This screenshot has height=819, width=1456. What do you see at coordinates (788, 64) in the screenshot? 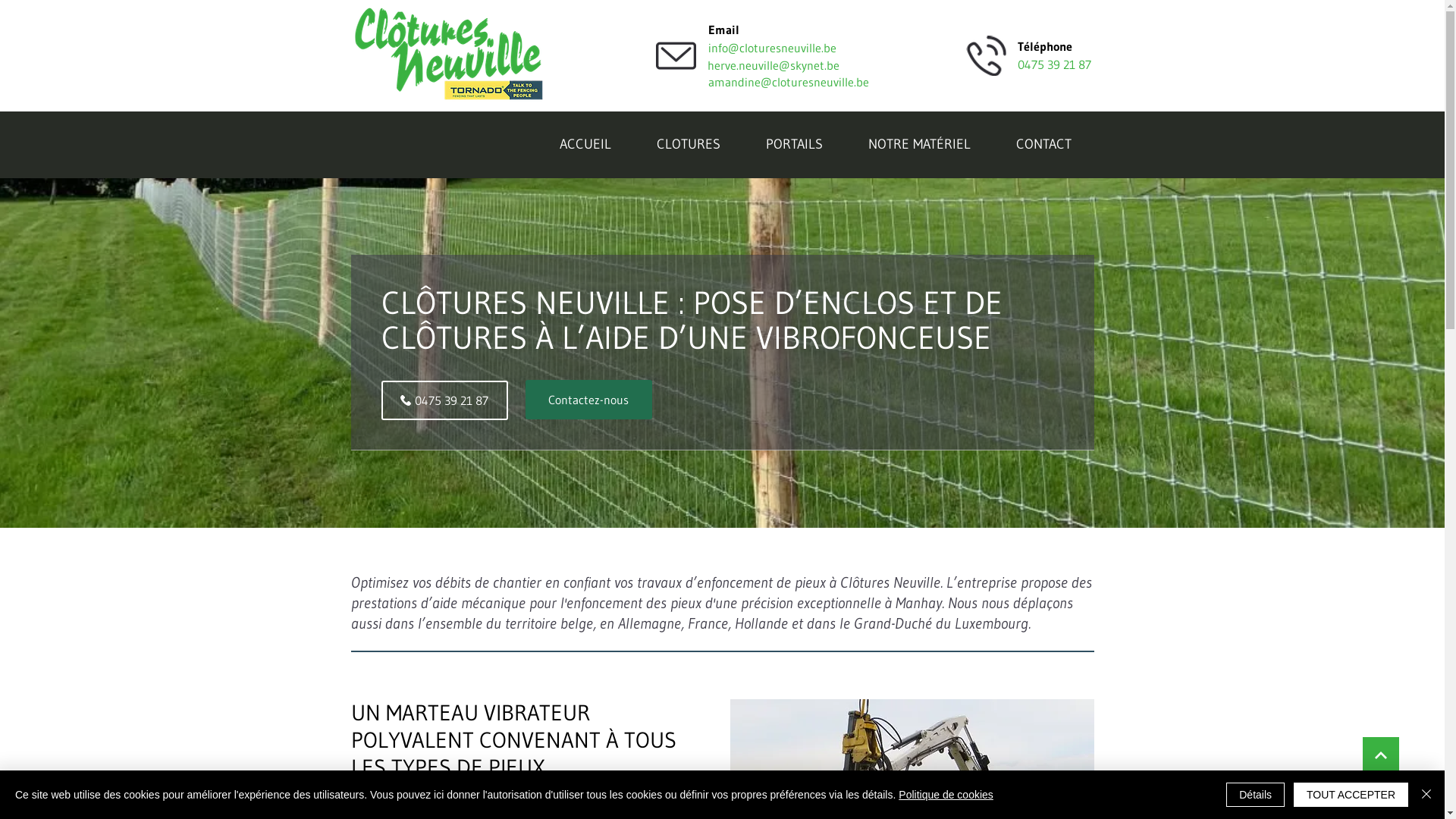
I see `'herve.neuville@skynet.be'` at bounding box center [788, 64].